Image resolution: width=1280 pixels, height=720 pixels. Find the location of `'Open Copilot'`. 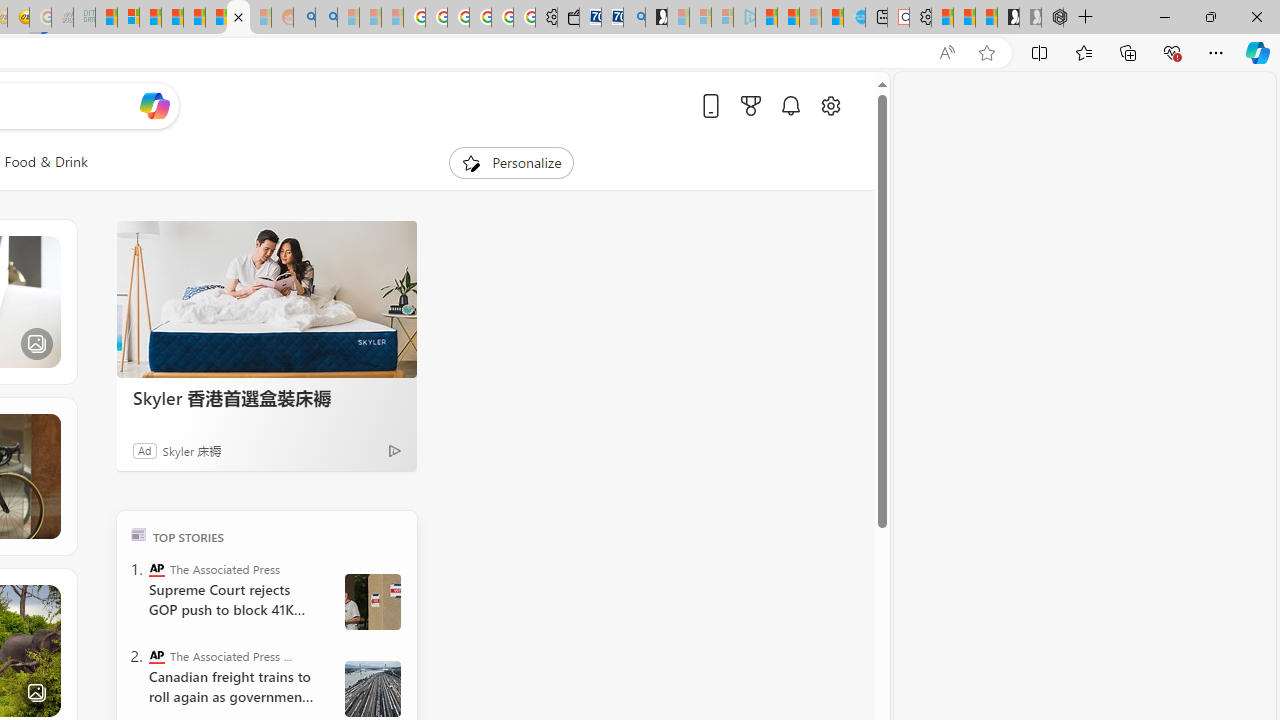

'Open Copilot' is located at coordinates (154, 105).